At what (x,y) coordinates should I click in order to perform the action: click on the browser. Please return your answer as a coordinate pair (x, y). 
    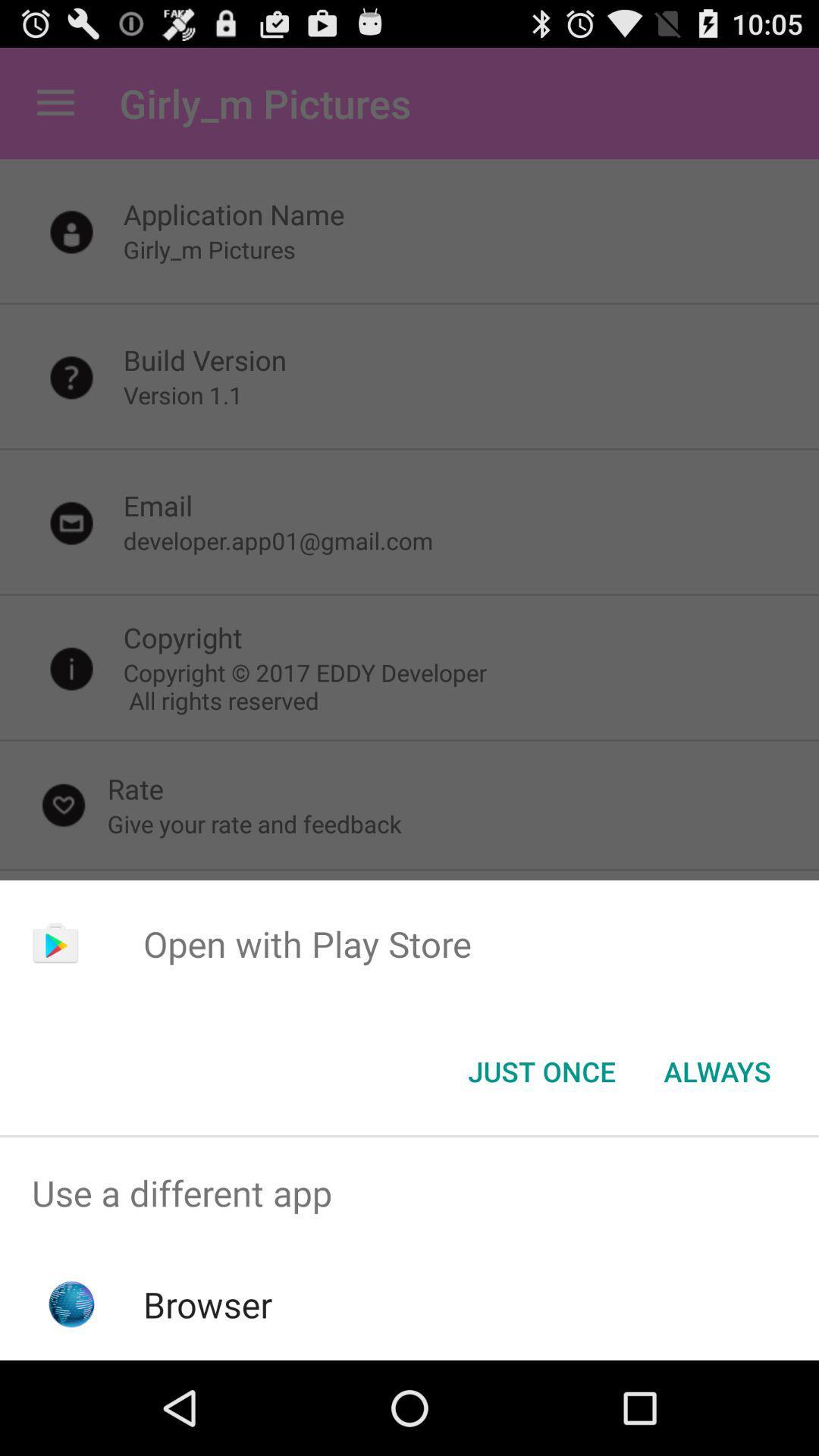
    Looking at the image, I should click on (208, 1304).